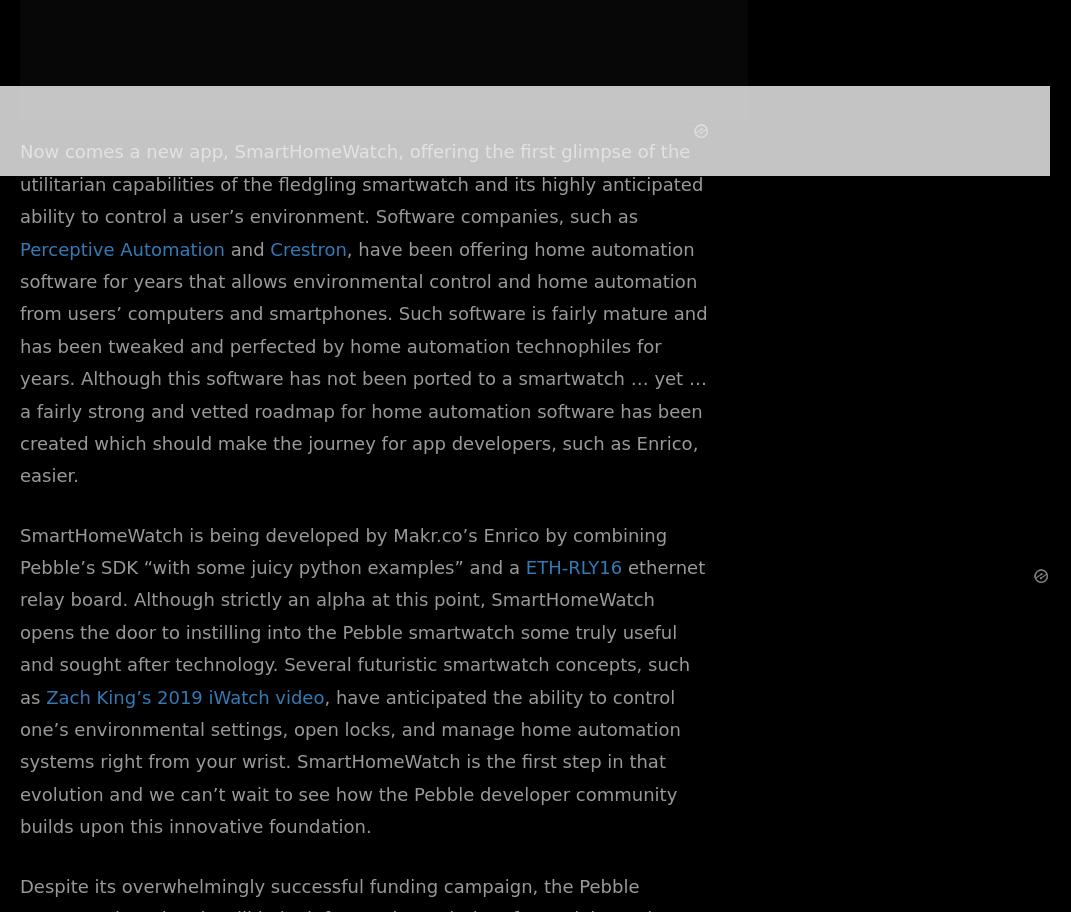 Image resolution: width=1071 pixels, height=912 pixels. I want to click on ', have anticipated the ability to control one’s environmental settings, open locks, and manage home automation systems right from your wrist. SmartHomeWatch is the first step in that evolution and we can’t wait to see how the Pebble developer community builds upon this innovative foundation.', so click(349, 761).